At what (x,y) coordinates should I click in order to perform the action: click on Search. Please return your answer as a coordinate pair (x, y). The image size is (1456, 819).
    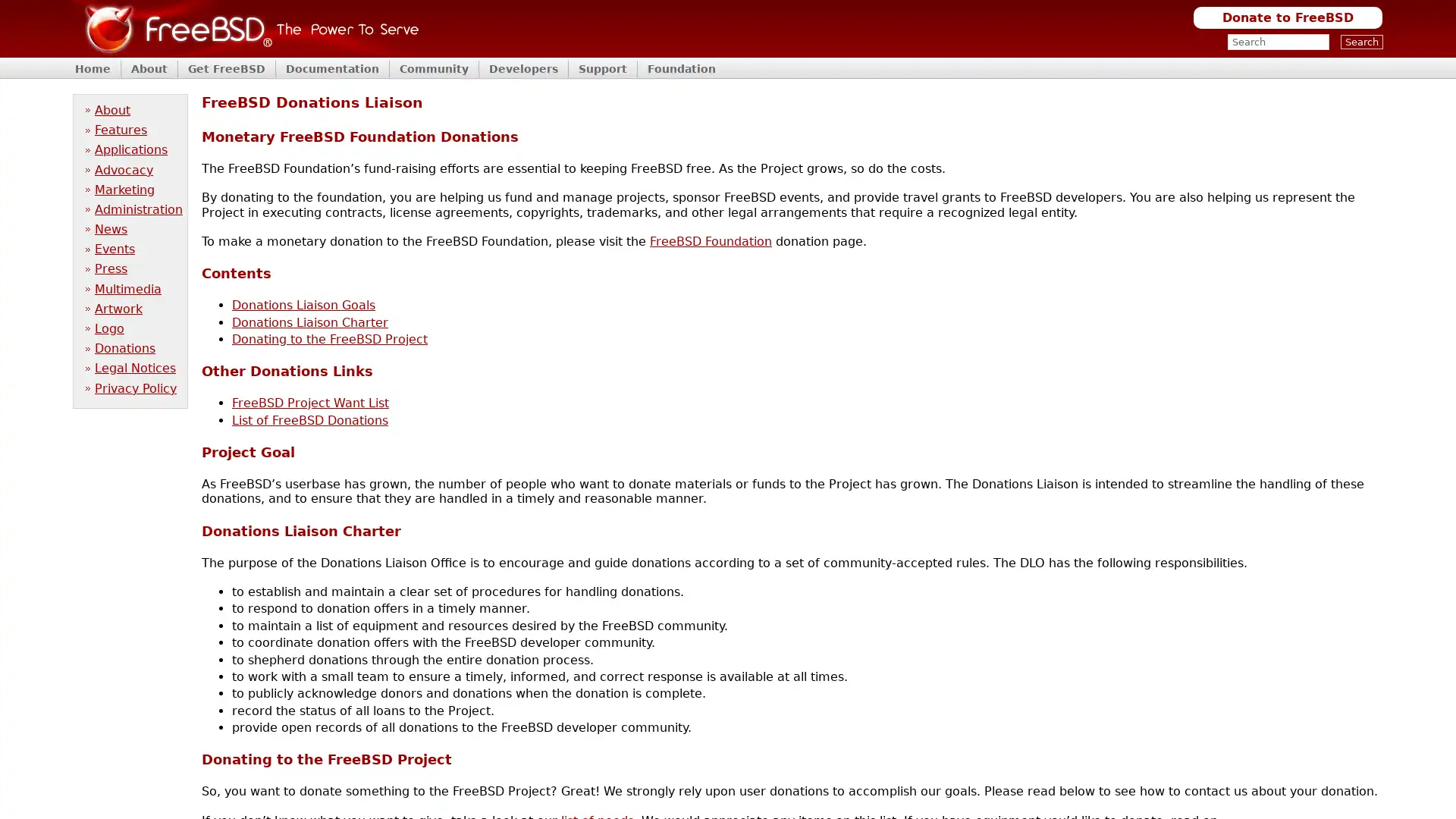
    Looking at the image, I should click on (1361, 41).